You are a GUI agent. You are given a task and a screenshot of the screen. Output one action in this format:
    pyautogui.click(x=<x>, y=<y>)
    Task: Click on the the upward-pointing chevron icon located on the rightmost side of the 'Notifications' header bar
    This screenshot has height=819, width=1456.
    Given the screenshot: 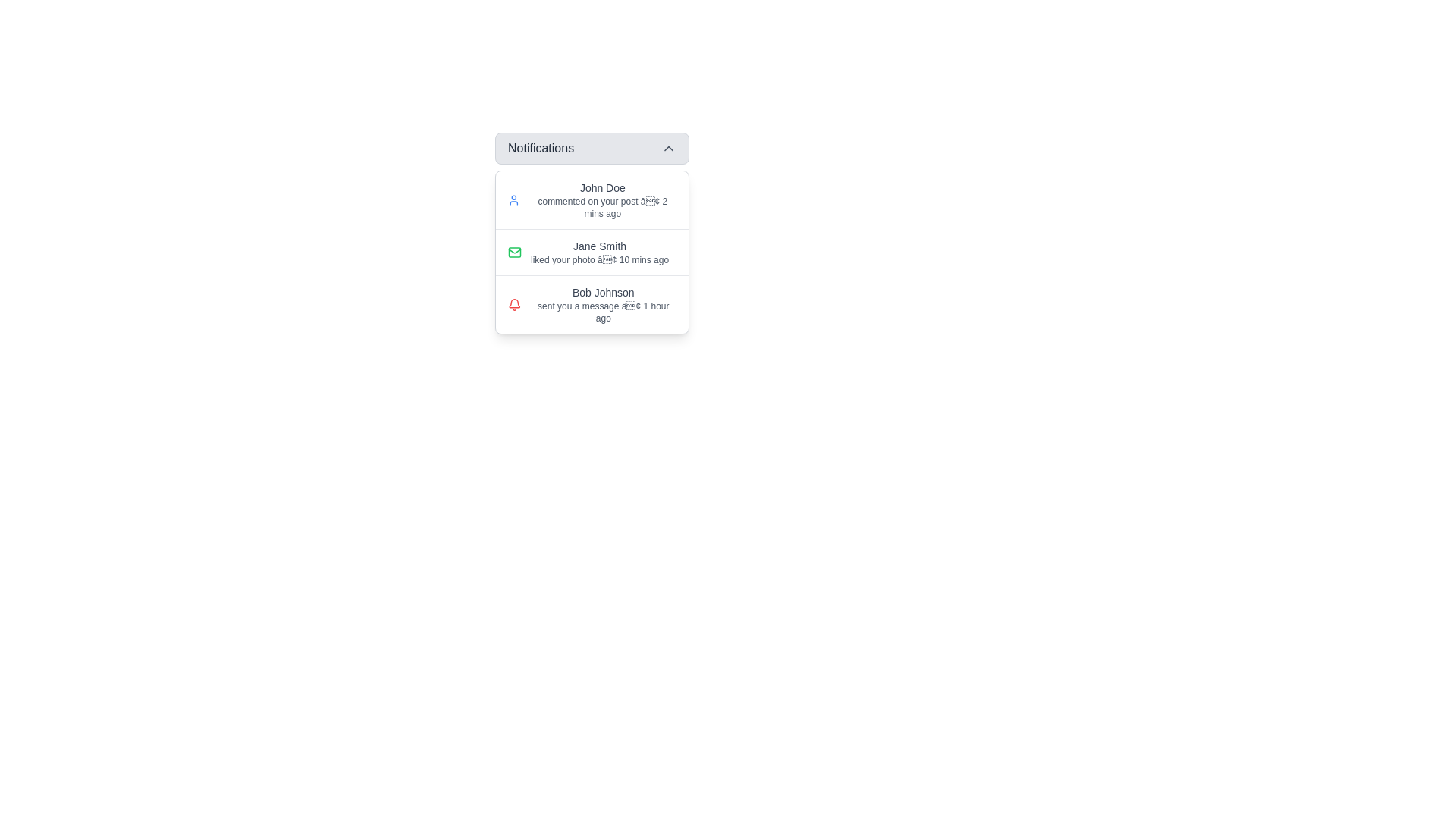 What is the action you would take?
    pyautogui.click(x=668, y=149)
    